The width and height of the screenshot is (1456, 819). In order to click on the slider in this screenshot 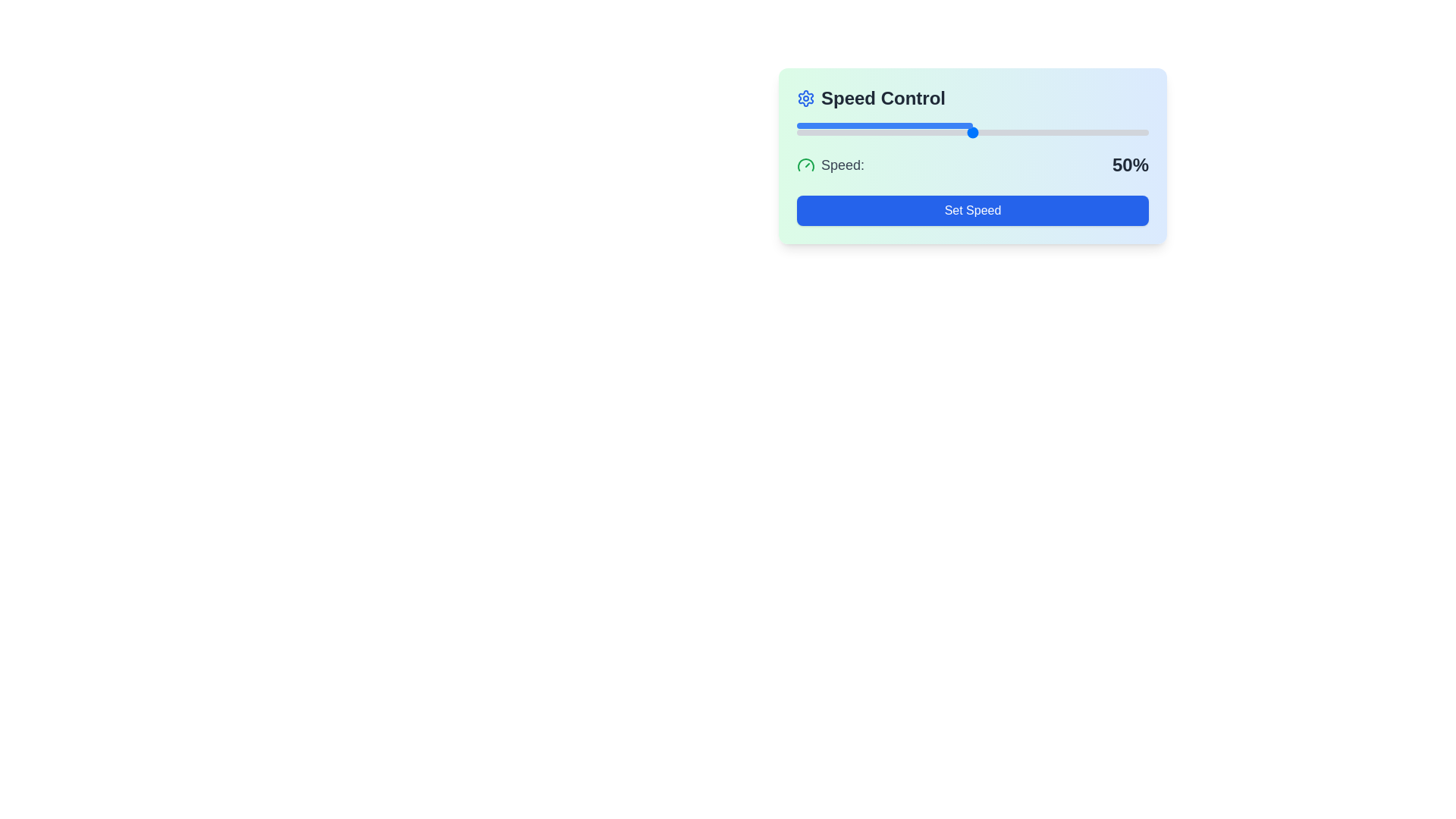, I will do `click(1050, 131)`.